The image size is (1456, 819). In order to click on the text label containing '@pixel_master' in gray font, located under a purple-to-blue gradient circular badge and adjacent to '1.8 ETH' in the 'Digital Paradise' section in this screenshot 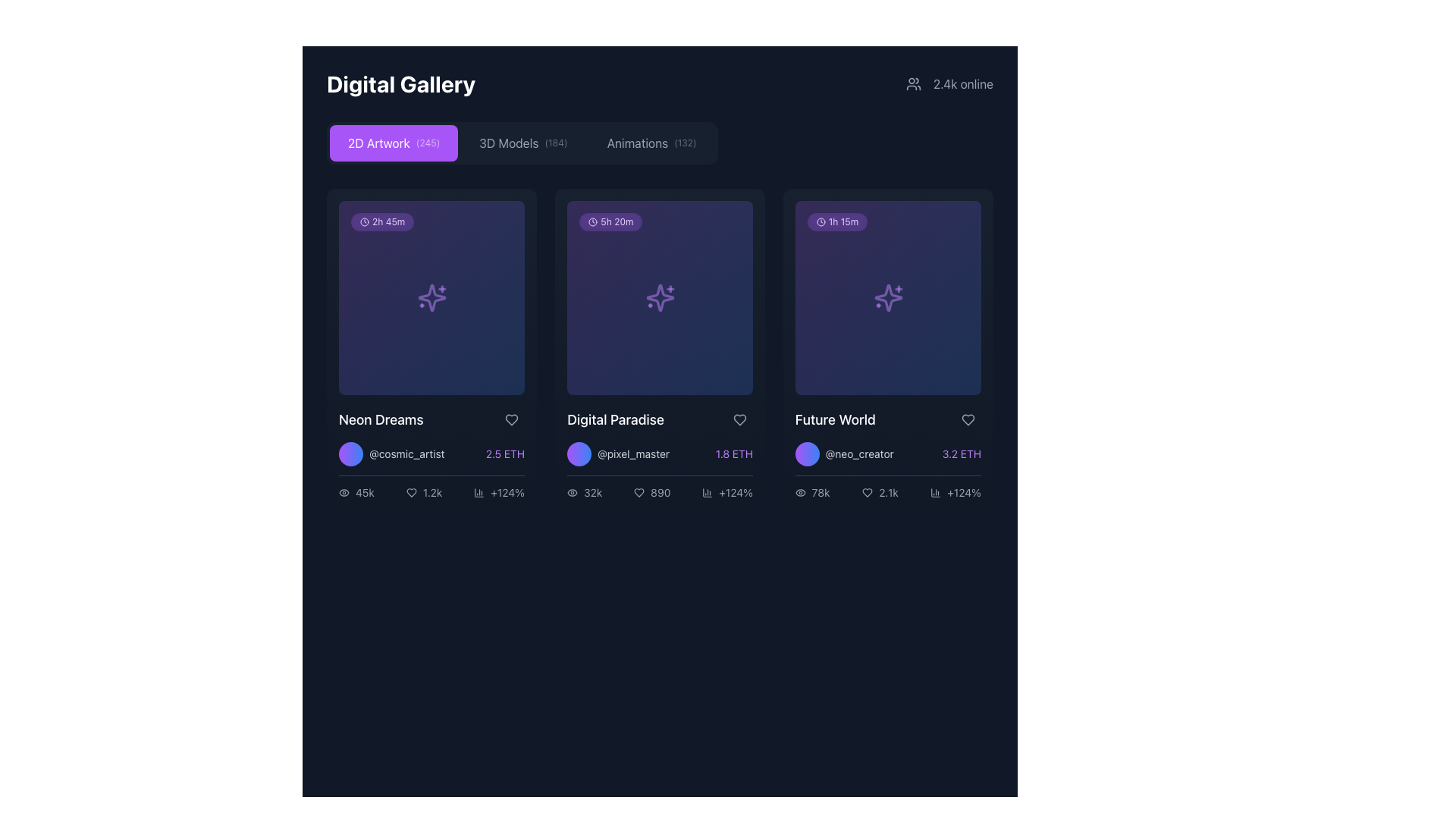, I will do `click(660, 453)`.